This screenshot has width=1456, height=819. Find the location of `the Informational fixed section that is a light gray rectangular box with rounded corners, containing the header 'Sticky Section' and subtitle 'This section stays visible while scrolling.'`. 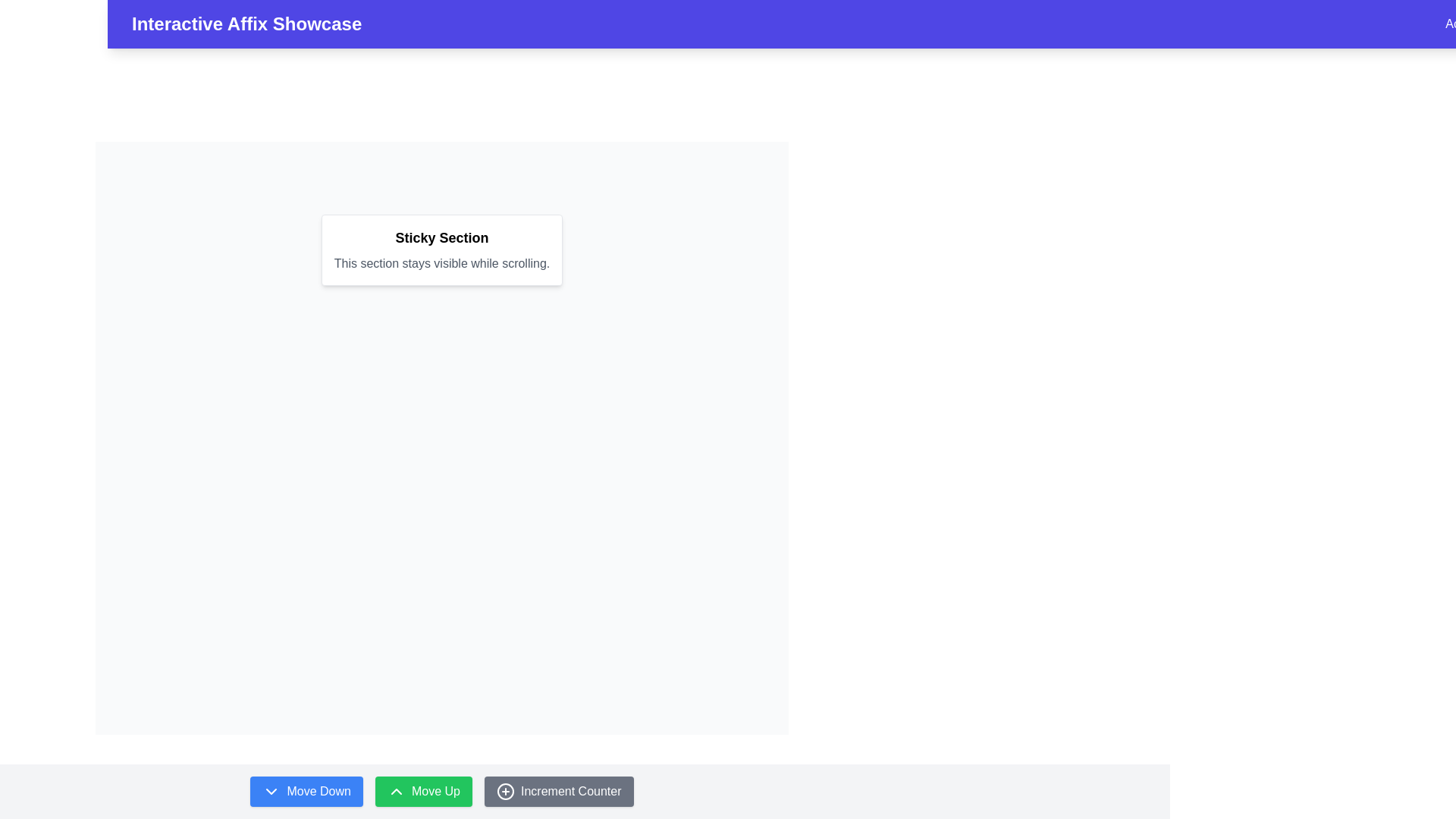

the Informational fixed section that is a light gray rectangular box with rounded corners, containing the header 'Sticky Section' and subtitle 'This section stays visible while scrolling.' is located at coordinates (441, 249).